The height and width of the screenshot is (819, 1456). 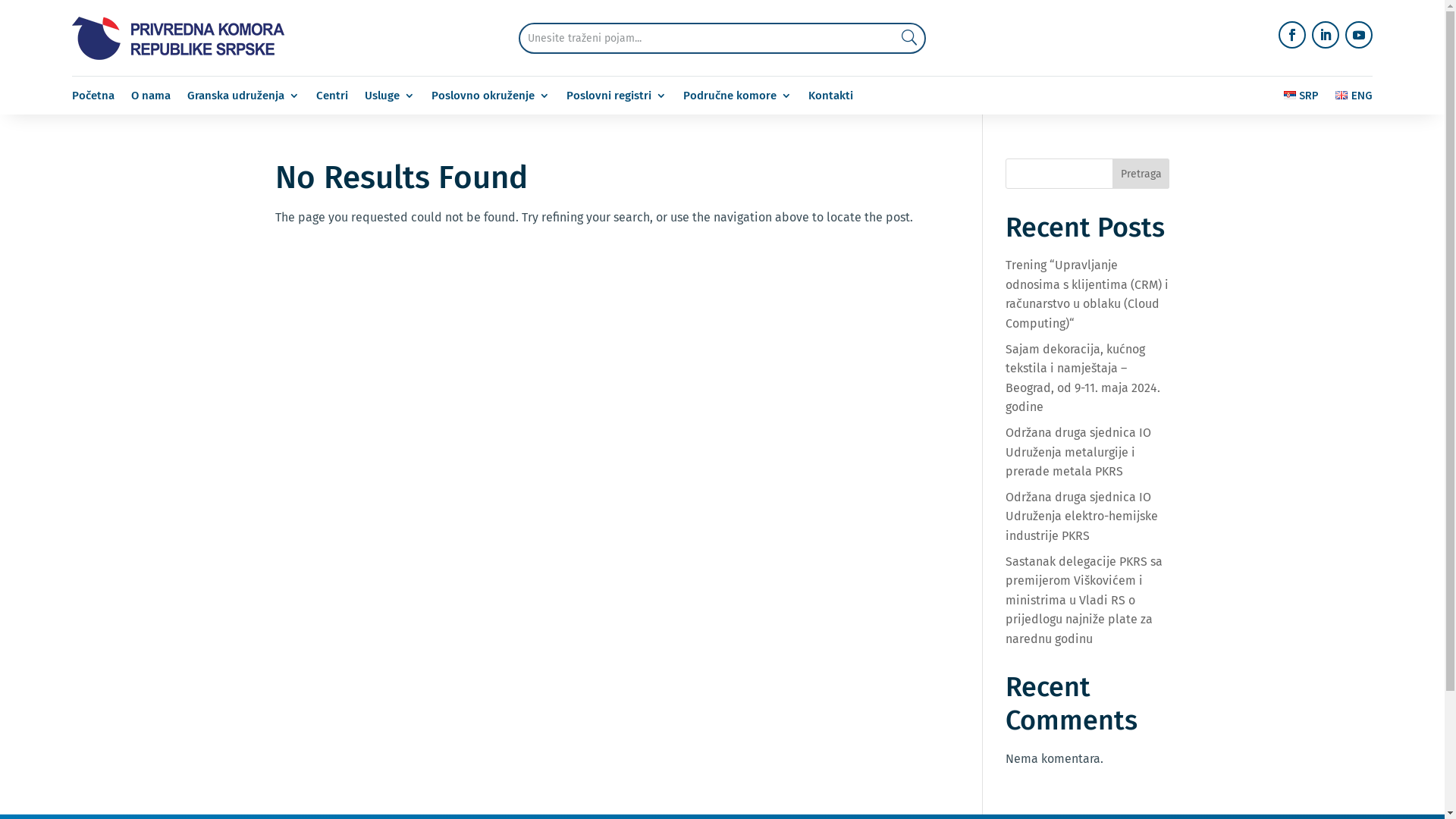 What do you see at coordinates (1141, 172) in the screenshot?
I see `'Pretraga'` at bounding box center [1141, 172].